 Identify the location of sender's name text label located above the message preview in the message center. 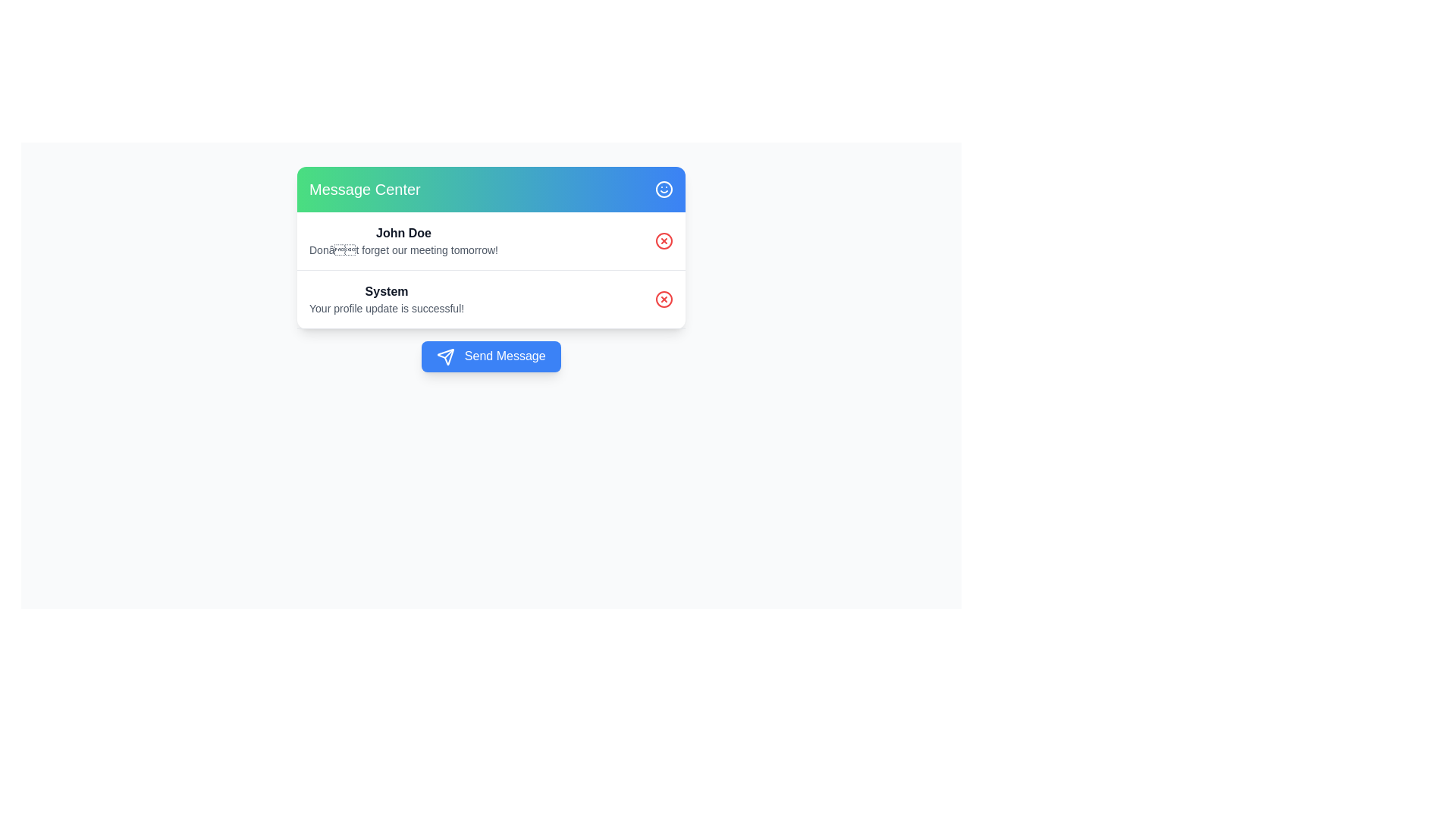
(403, 234).